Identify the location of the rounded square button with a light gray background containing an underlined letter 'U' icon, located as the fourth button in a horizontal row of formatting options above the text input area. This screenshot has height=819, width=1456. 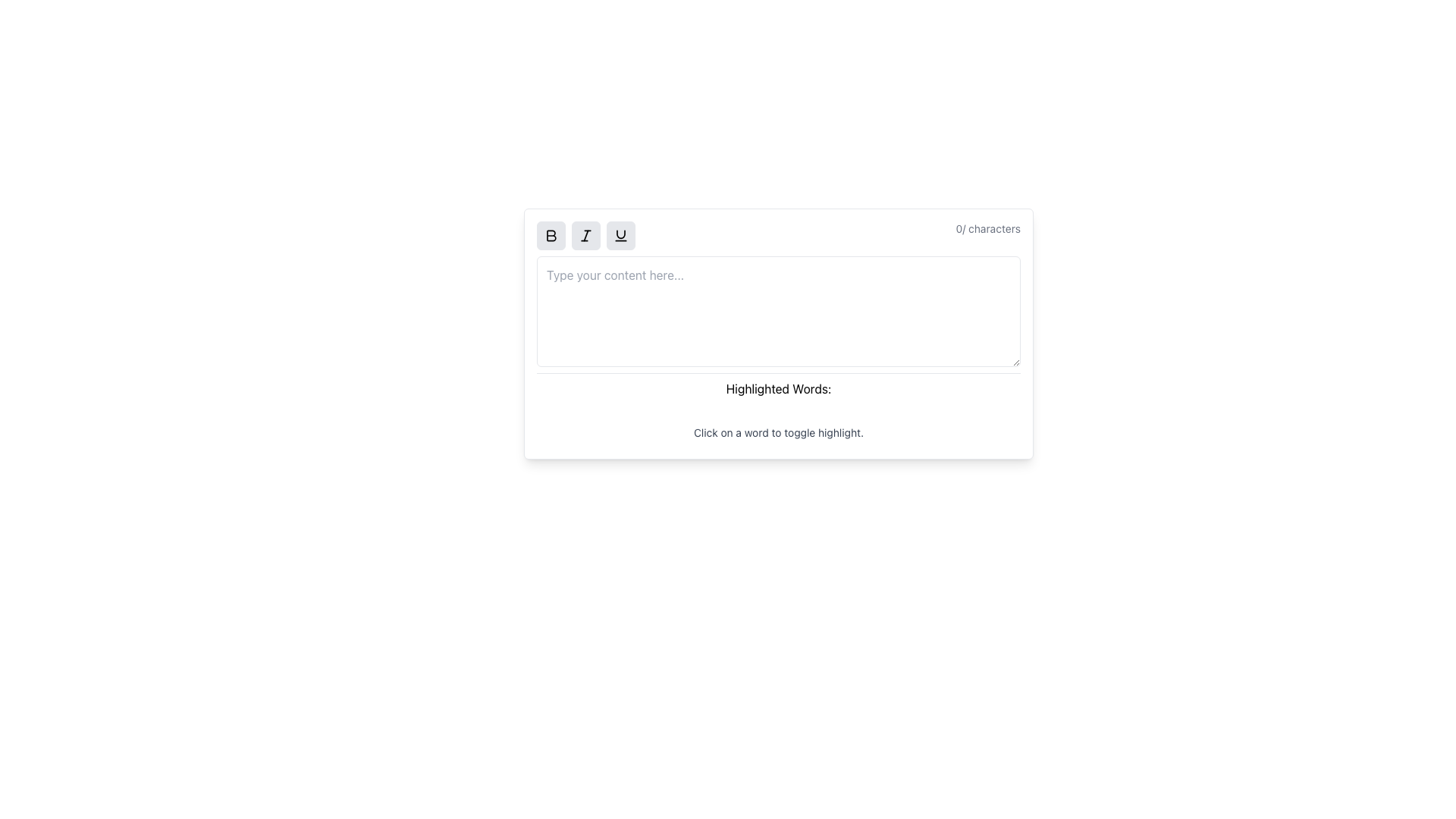
(621, 236).